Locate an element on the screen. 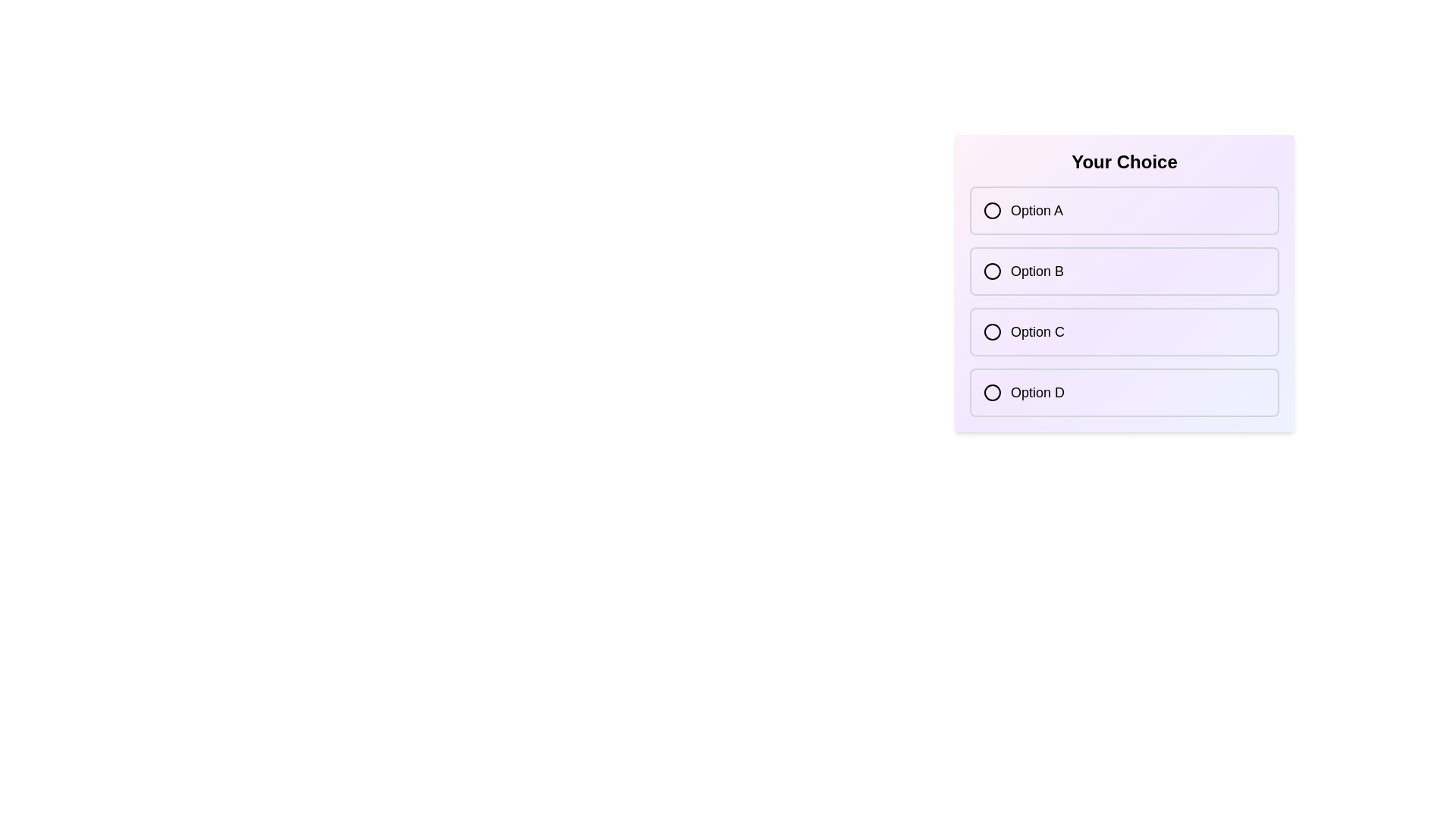 This screenshot has width=1456, height=819. the option Option B to observe the hover effect is located at coordinates (1125, 271).